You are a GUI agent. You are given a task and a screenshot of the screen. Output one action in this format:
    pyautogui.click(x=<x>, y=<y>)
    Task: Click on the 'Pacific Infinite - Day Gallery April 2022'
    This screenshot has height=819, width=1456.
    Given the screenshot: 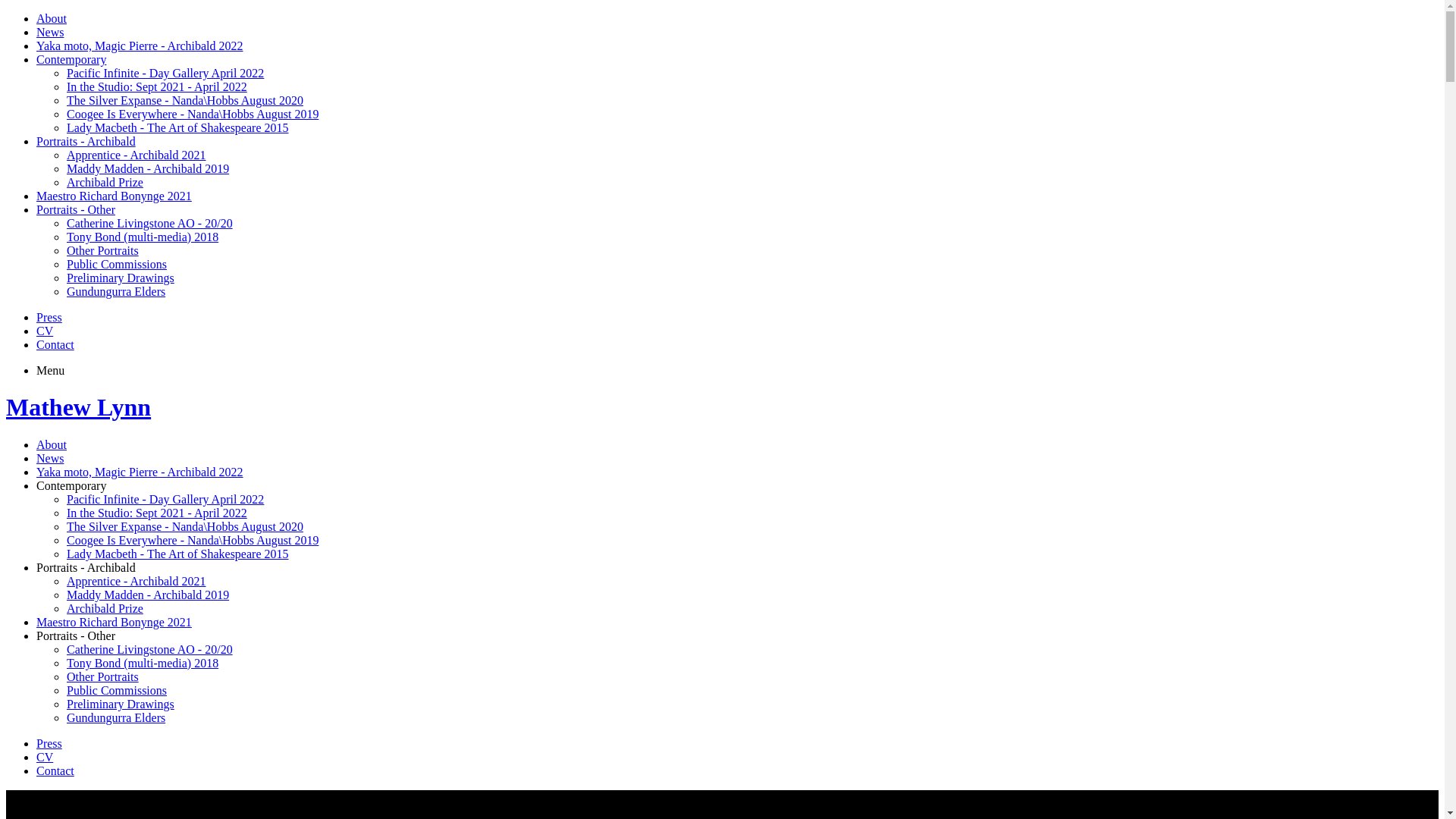 What is the action you would take?
    pyautogui.click(x=165, y=73)
    